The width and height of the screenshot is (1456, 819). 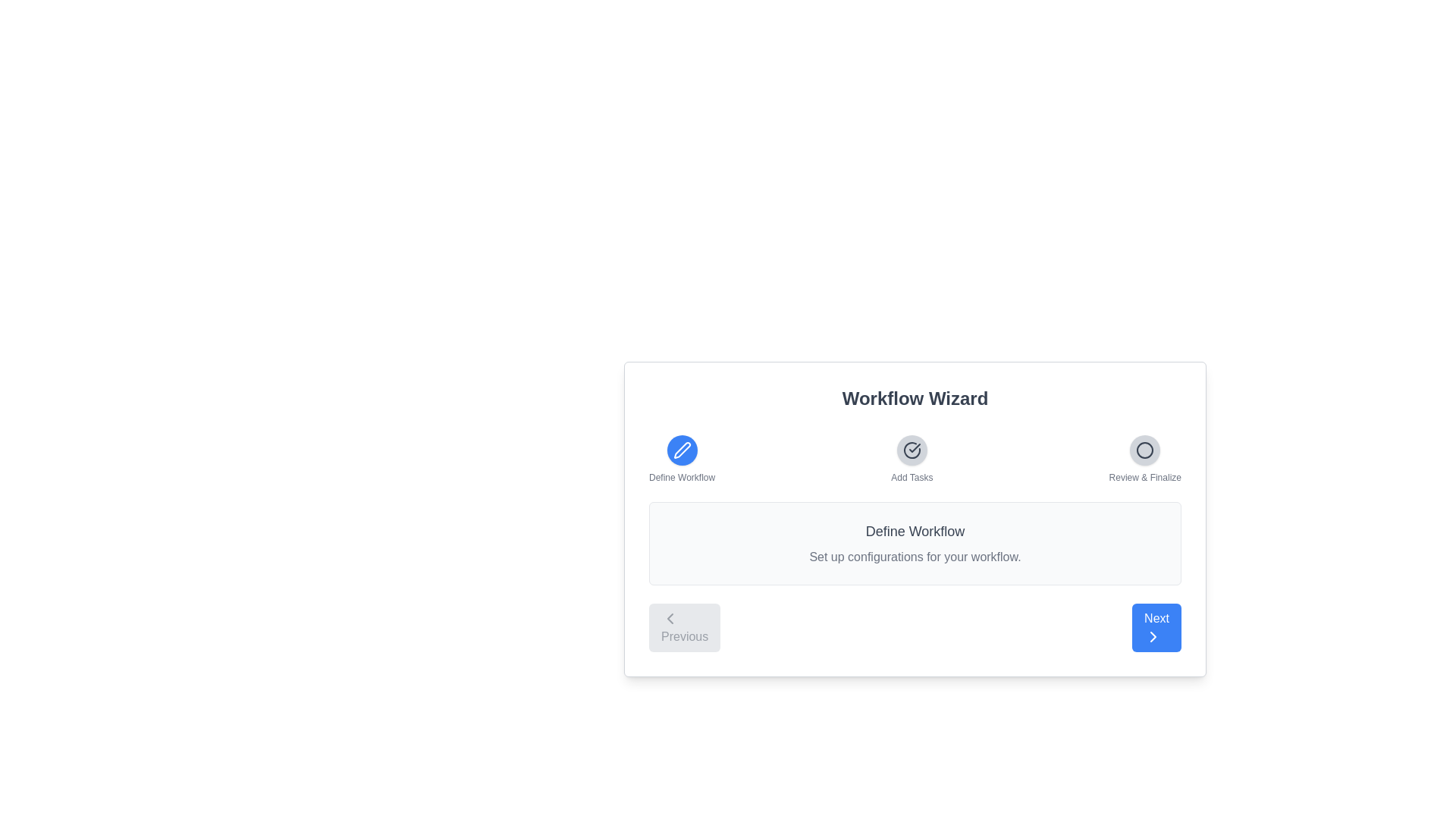 What do you see at coordinates (681, 476) in the screenshot?
I see `the text label element that describes the step 'Define Workflow', positioned below the blue circular icon with a pen symbol` at bounding box center [681, 476].